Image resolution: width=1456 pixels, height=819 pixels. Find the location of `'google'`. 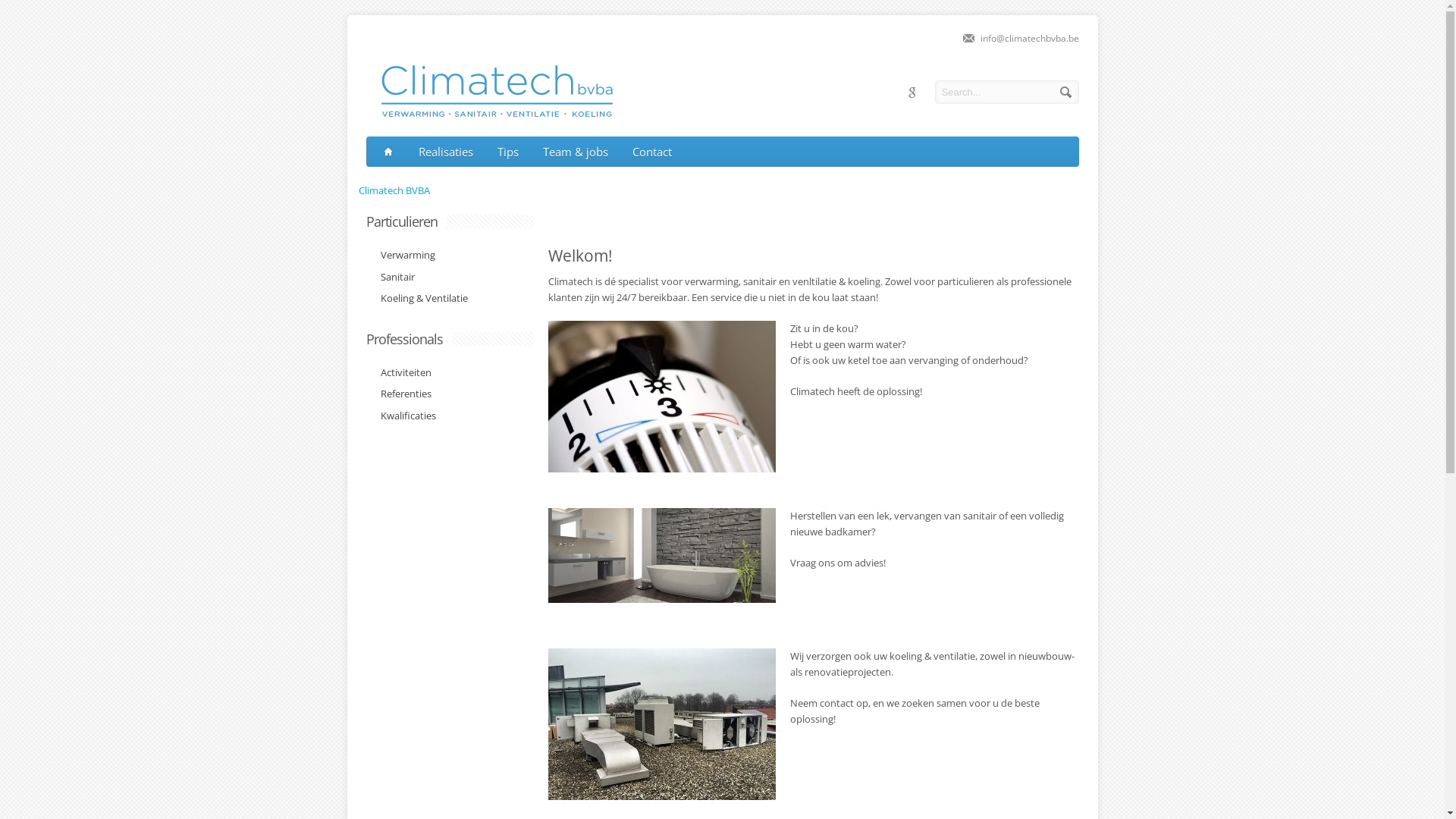

'google' is located at coordinates (910, 93).